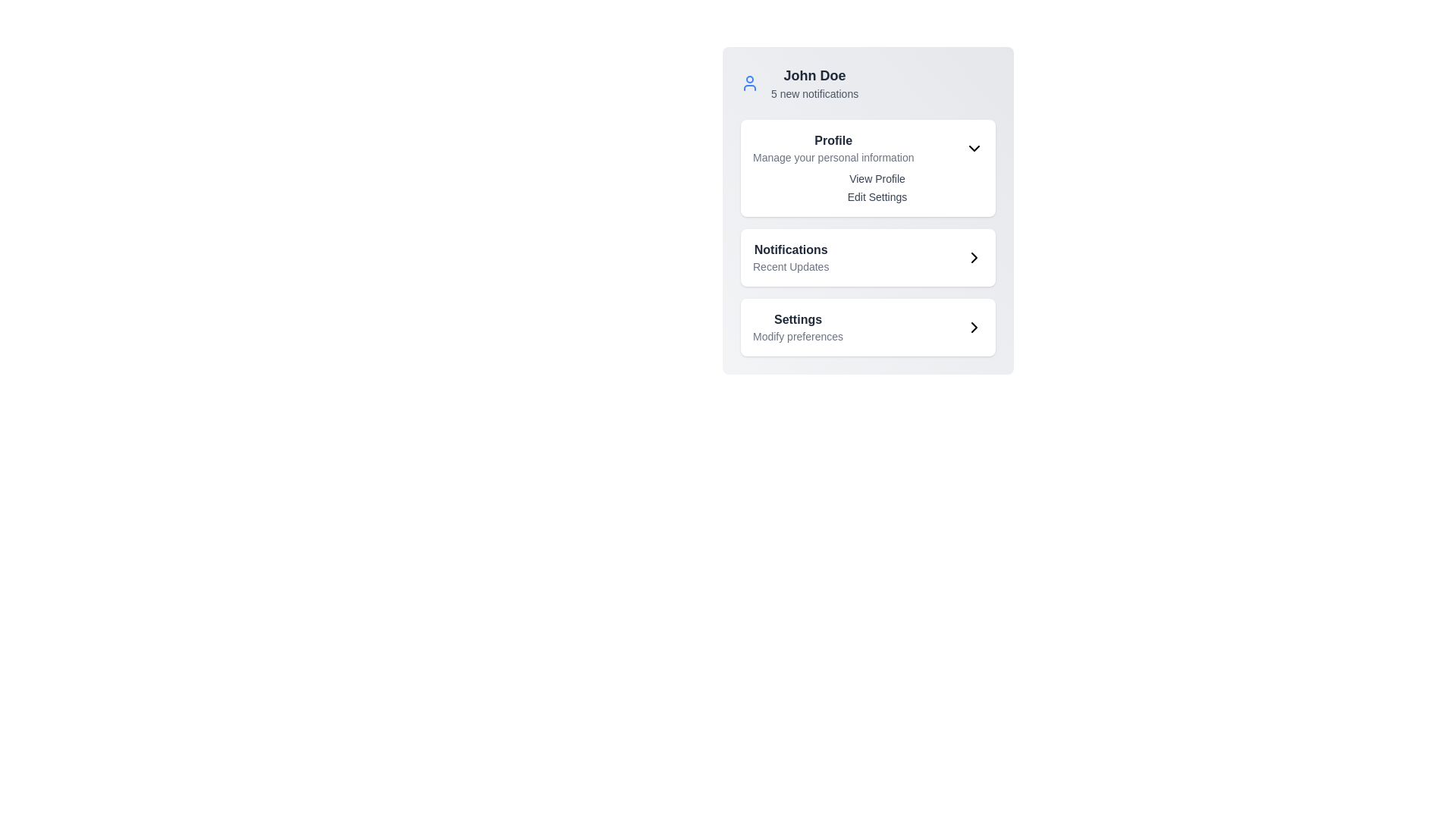 This screenshot has width=1456, height=819. Describe the element at coordinates (974, 256) in the screenshot. I see `the right-pointing chevron icon in the Notifications section` at that location.